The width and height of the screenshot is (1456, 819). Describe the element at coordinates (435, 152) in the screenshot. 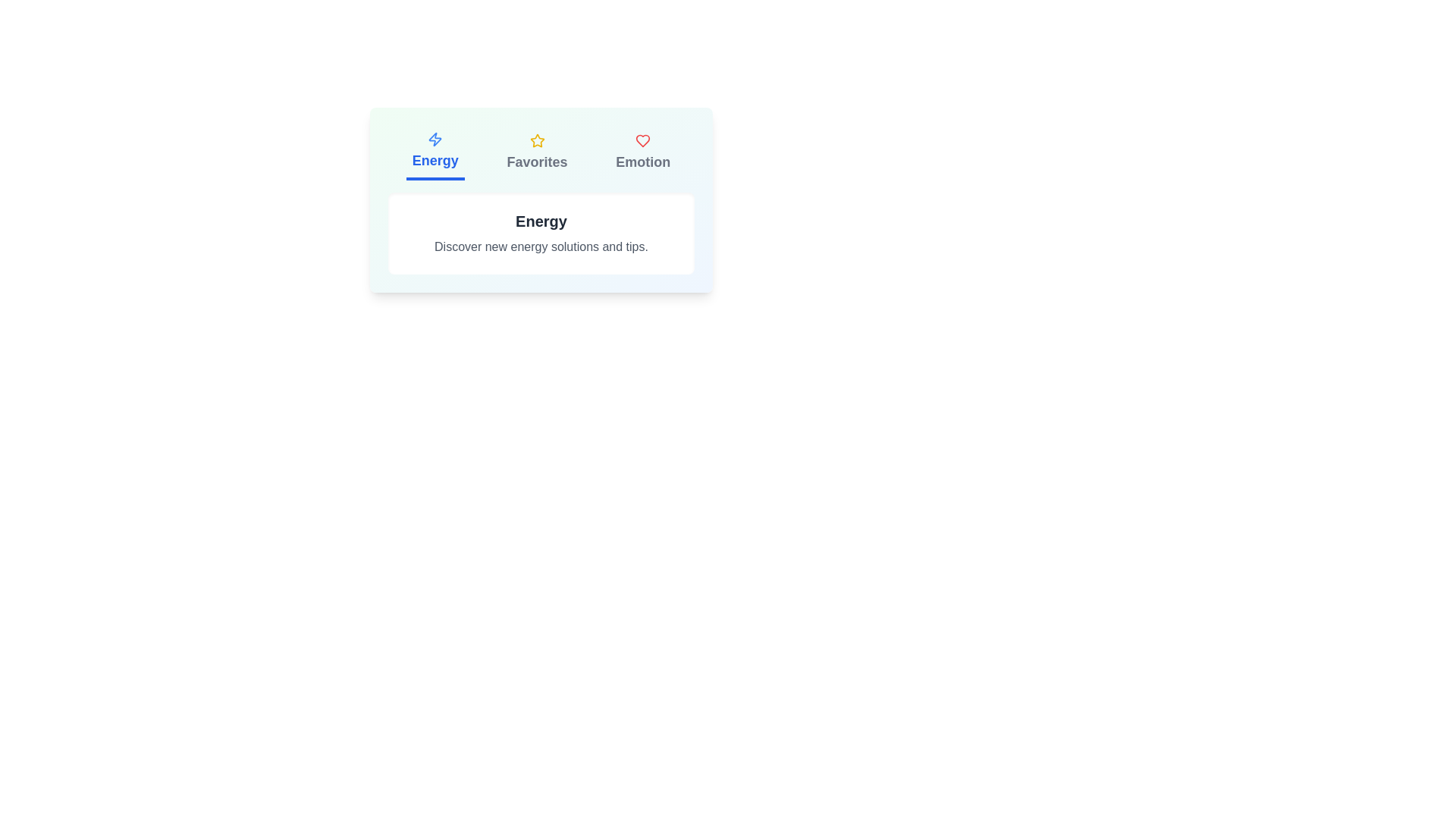

I see `the Energy tab by clicking on it` at that location.